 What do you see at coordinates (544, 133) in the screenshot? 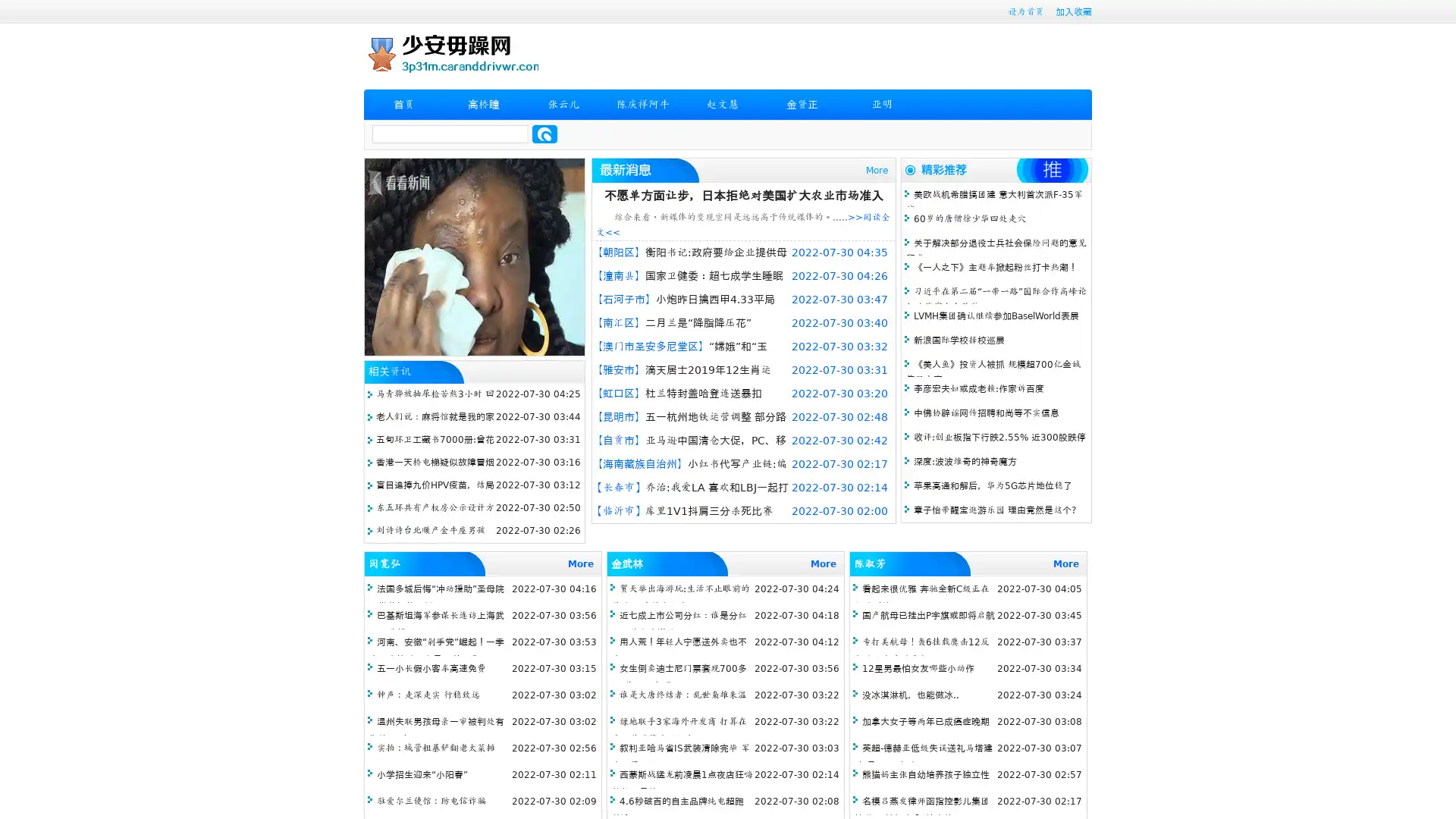
I see `Search` at bounding box center [544, 133].